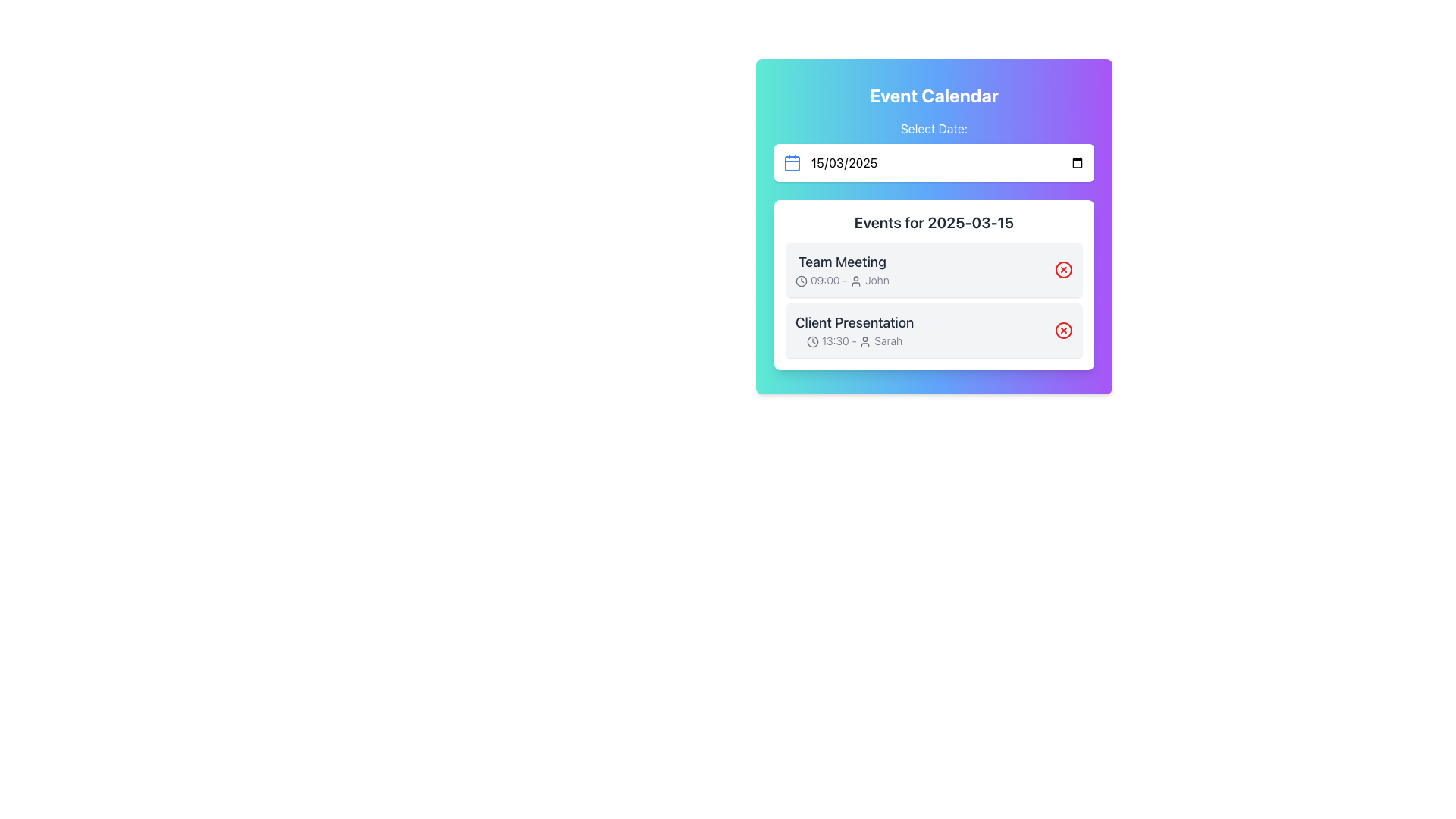 The height and width of the screenshot is (819, 1456). What do you see at coordinates (934, 151) in the screenshot?
I see `the date field of the labeled date selector located below the 'Event Calendar' header` at bounding box center [934, 151].